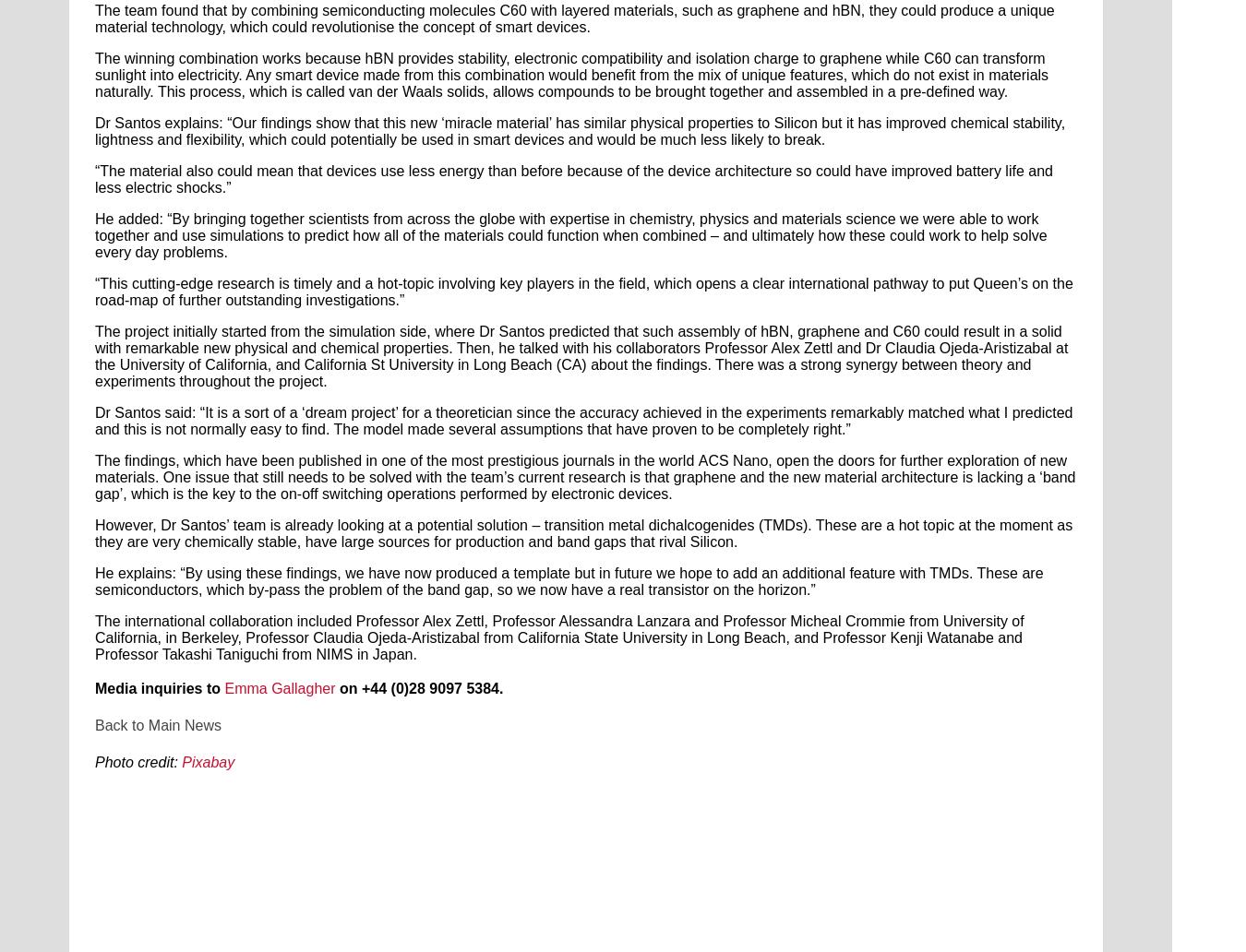  I want to click on 'Emma Gallagher', so click(278, 687).